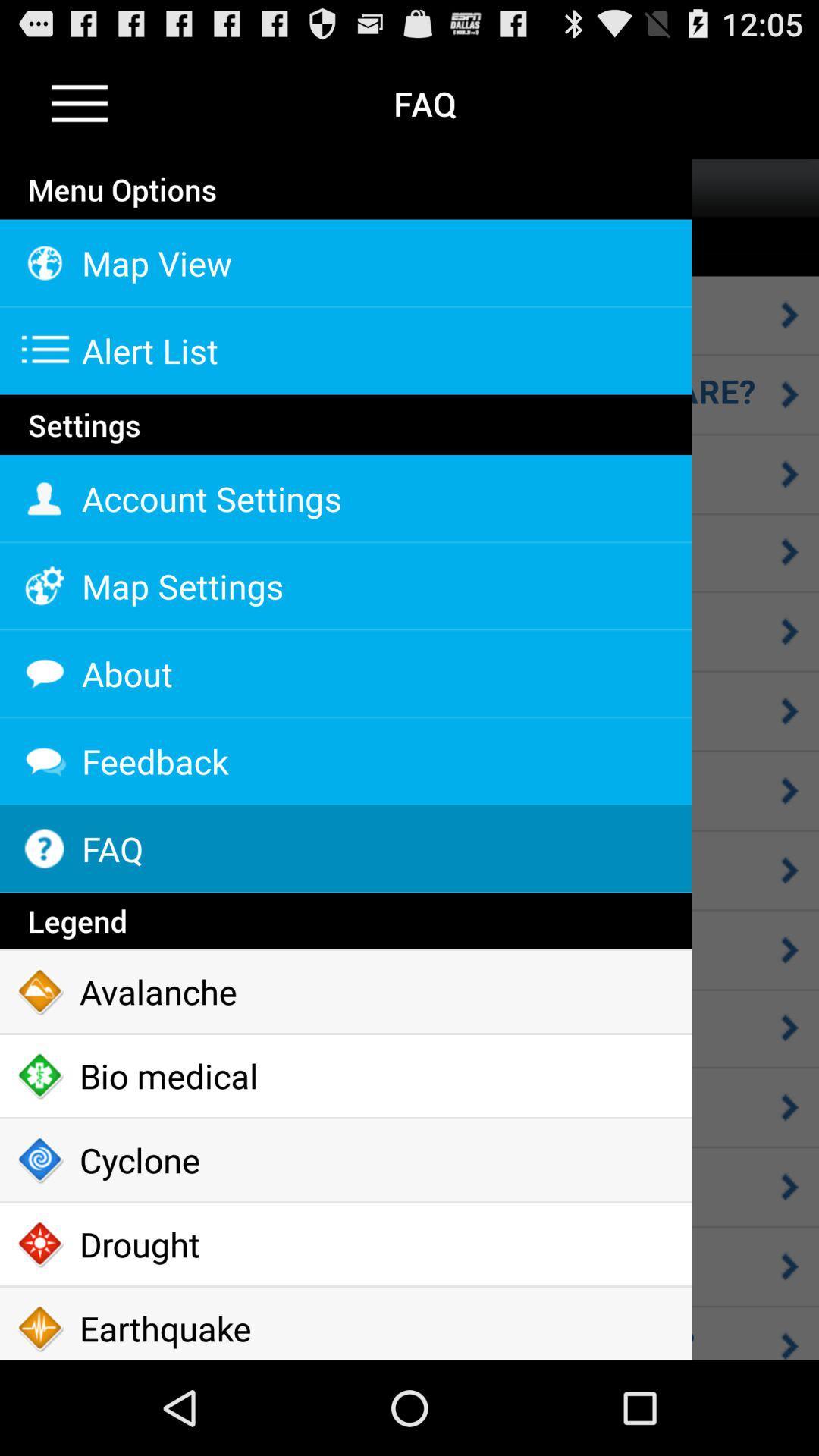 This screenshot has height=1456, width=819. I want to click on the about icon, so click(345, 673).